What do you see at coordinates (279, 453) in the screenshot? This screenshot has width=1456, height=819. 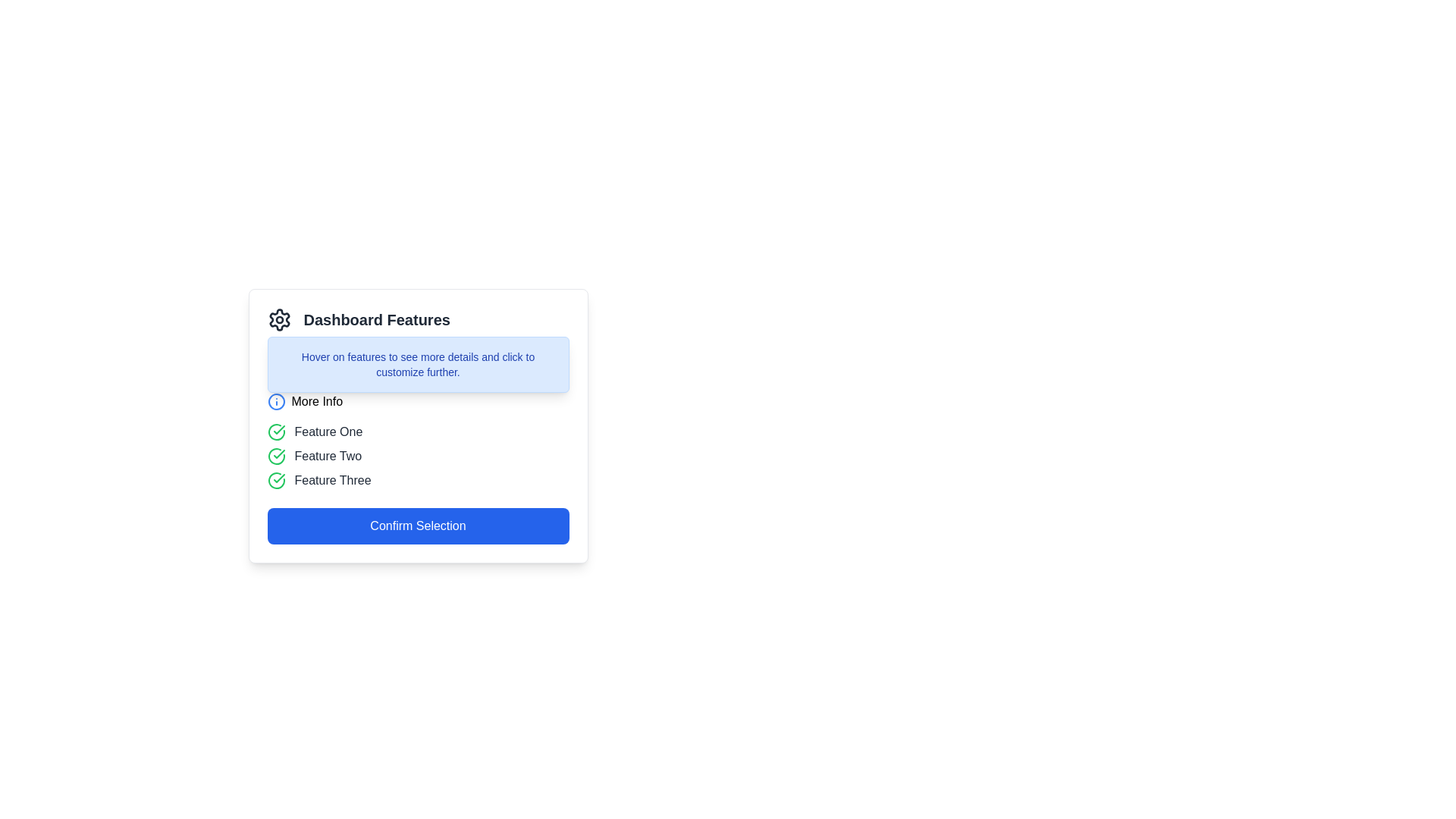 I see `the checkmark icon, which is styled with a thin line and positioned within a circular boundary, indicating approval or selection` at bounding box center [279, 453].